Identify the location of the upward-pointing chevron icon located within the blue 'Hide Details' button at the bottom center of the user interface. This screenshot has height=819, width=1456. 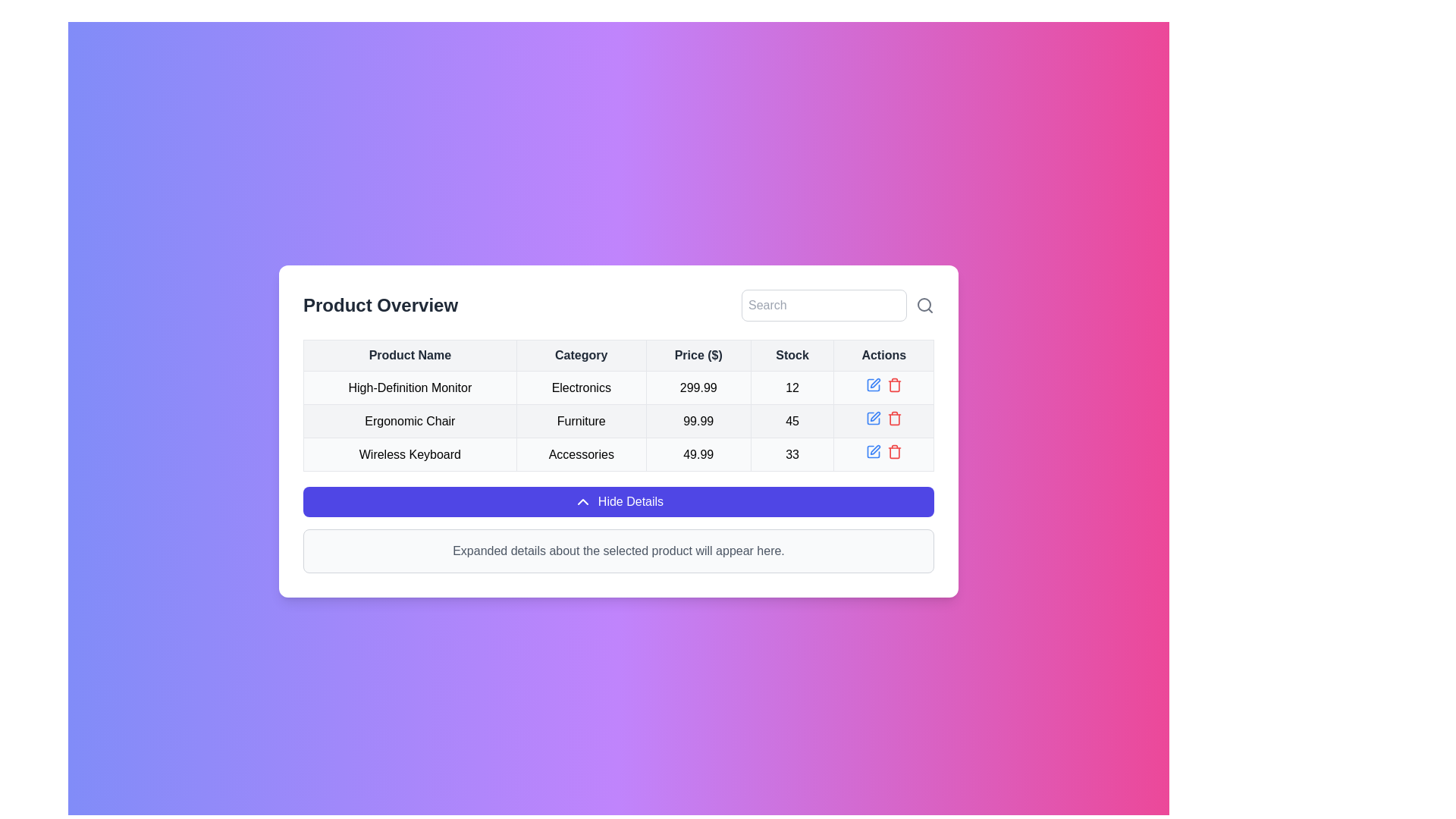
(582, 502).